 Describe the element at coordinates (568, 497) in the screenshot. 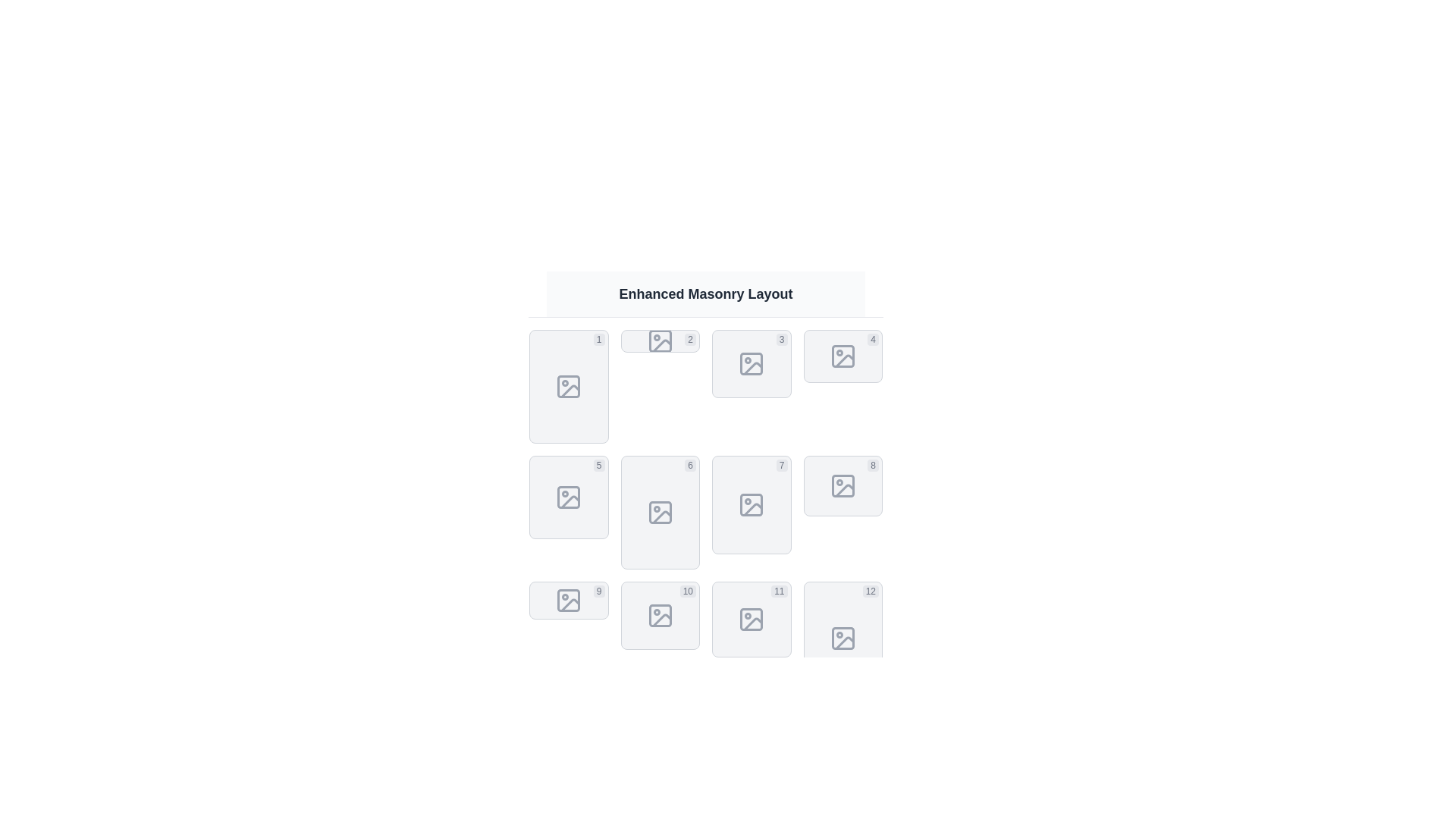

I see `the icon representing imagery, which is located inside the fifth item of the 'Enhanced Masonry Layout' grid, centrally positioned within a light gray square with rounded corners` at that location.